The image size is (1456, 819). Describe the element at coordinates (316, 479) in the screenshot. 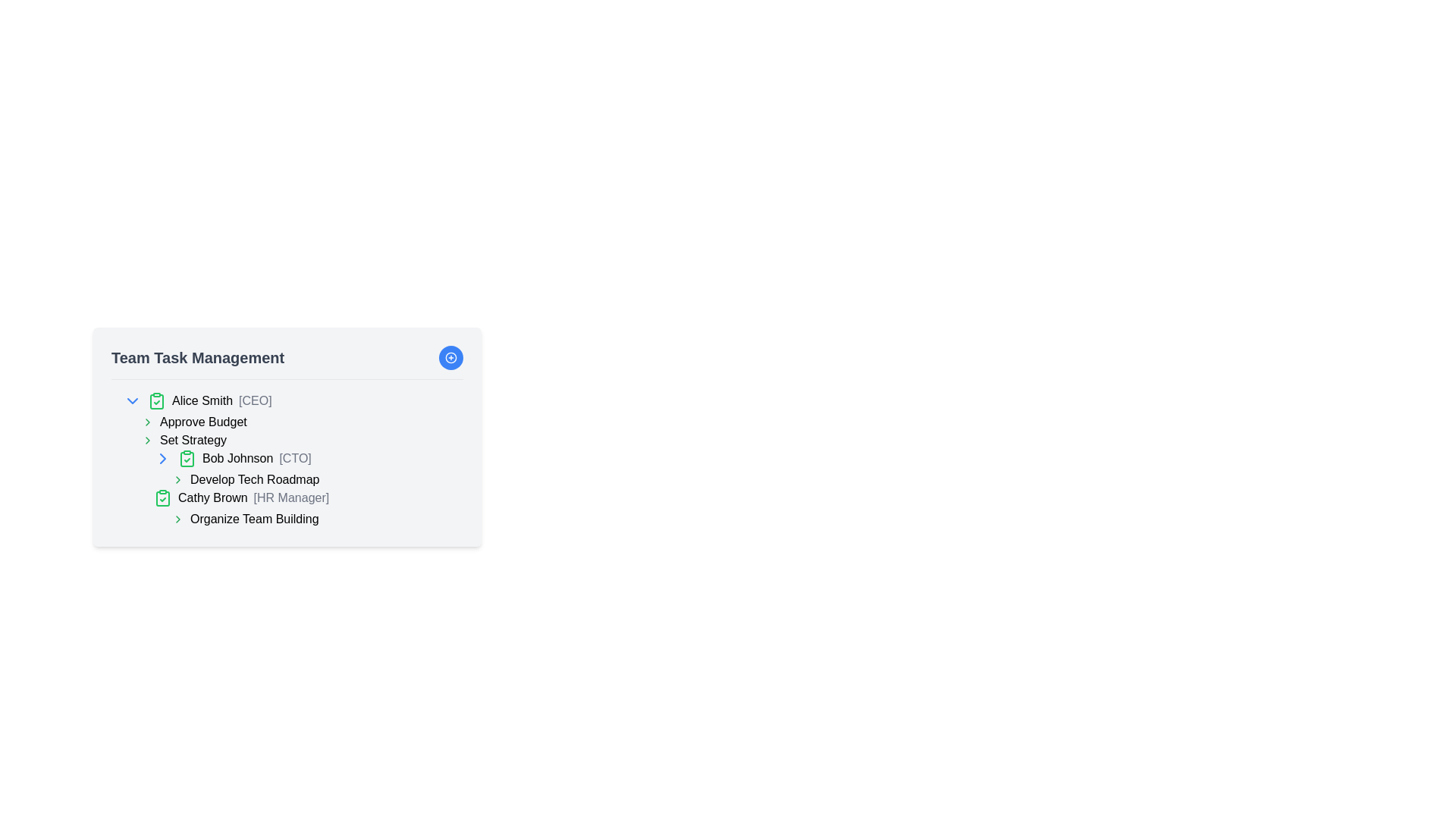

I see `the text label associated with the icon under 'Bob Johnson [CTO]' in the 'Team Task Management' panel` at that location.